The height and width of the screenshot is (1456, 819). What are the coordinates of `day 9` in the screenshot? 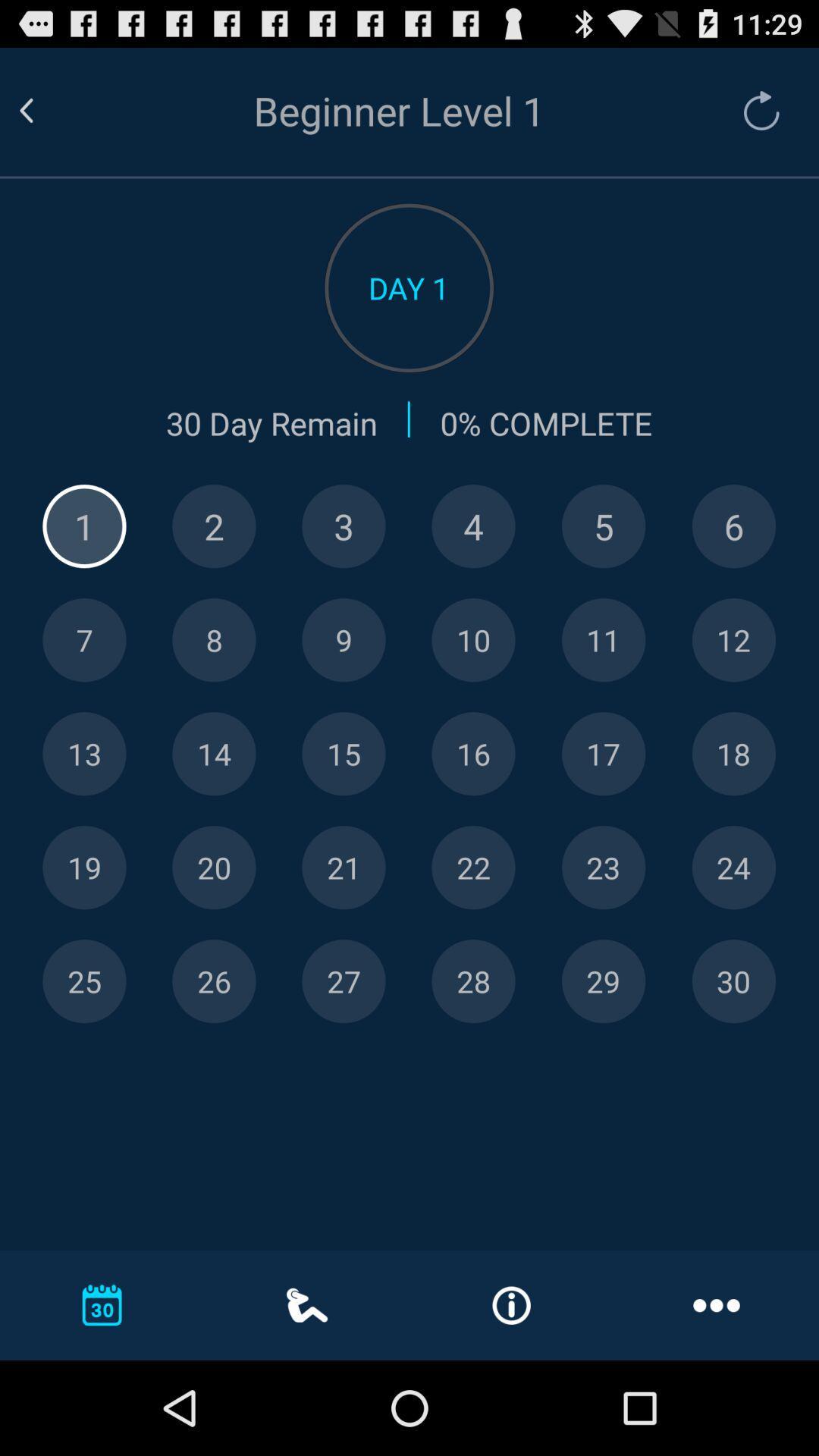 It's located at (344, 640).